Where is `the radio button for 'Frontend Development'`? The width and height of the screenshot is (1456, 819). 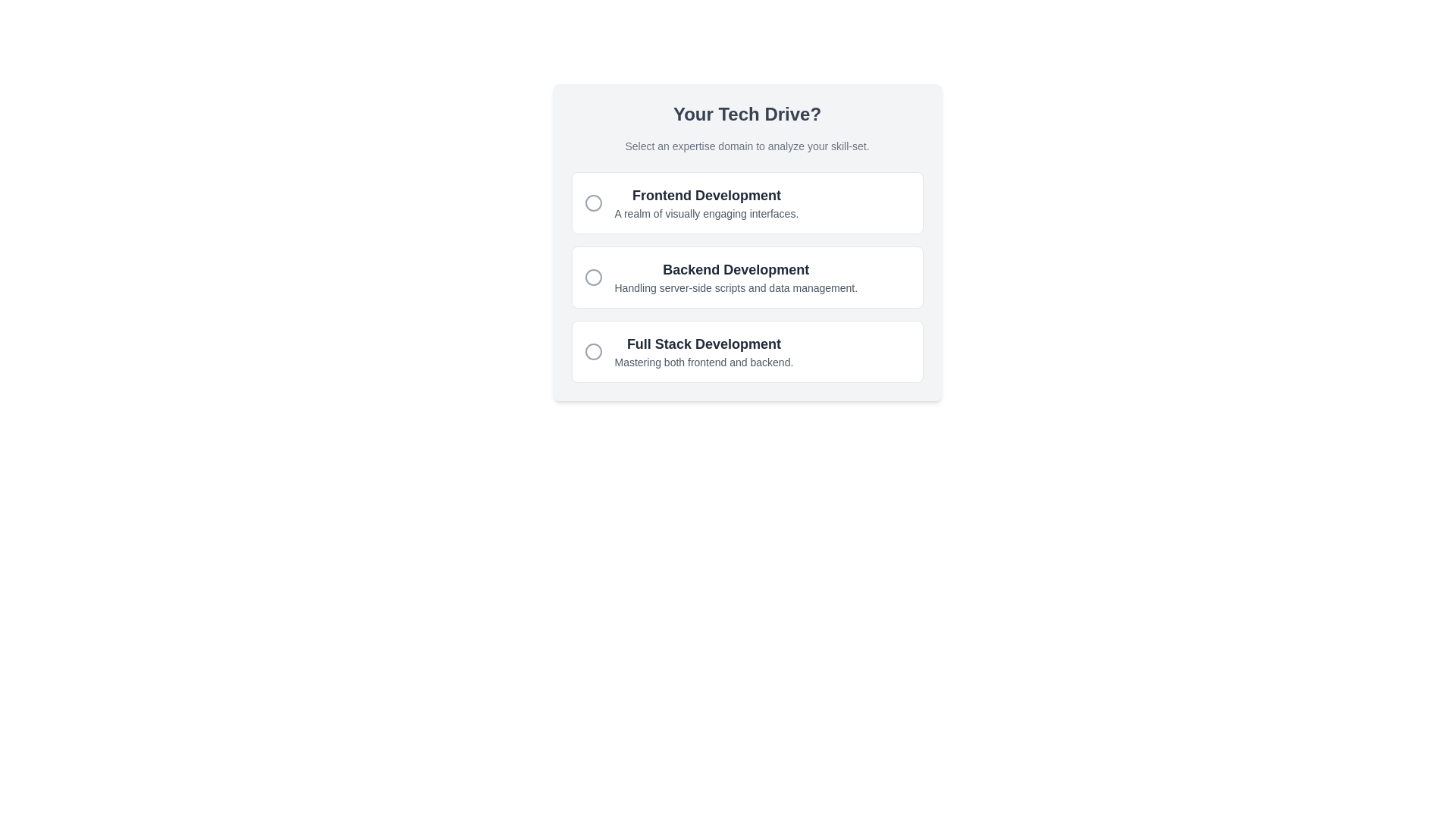
the radio button for 'Frontend Development' is located at coordinates (592, 202).